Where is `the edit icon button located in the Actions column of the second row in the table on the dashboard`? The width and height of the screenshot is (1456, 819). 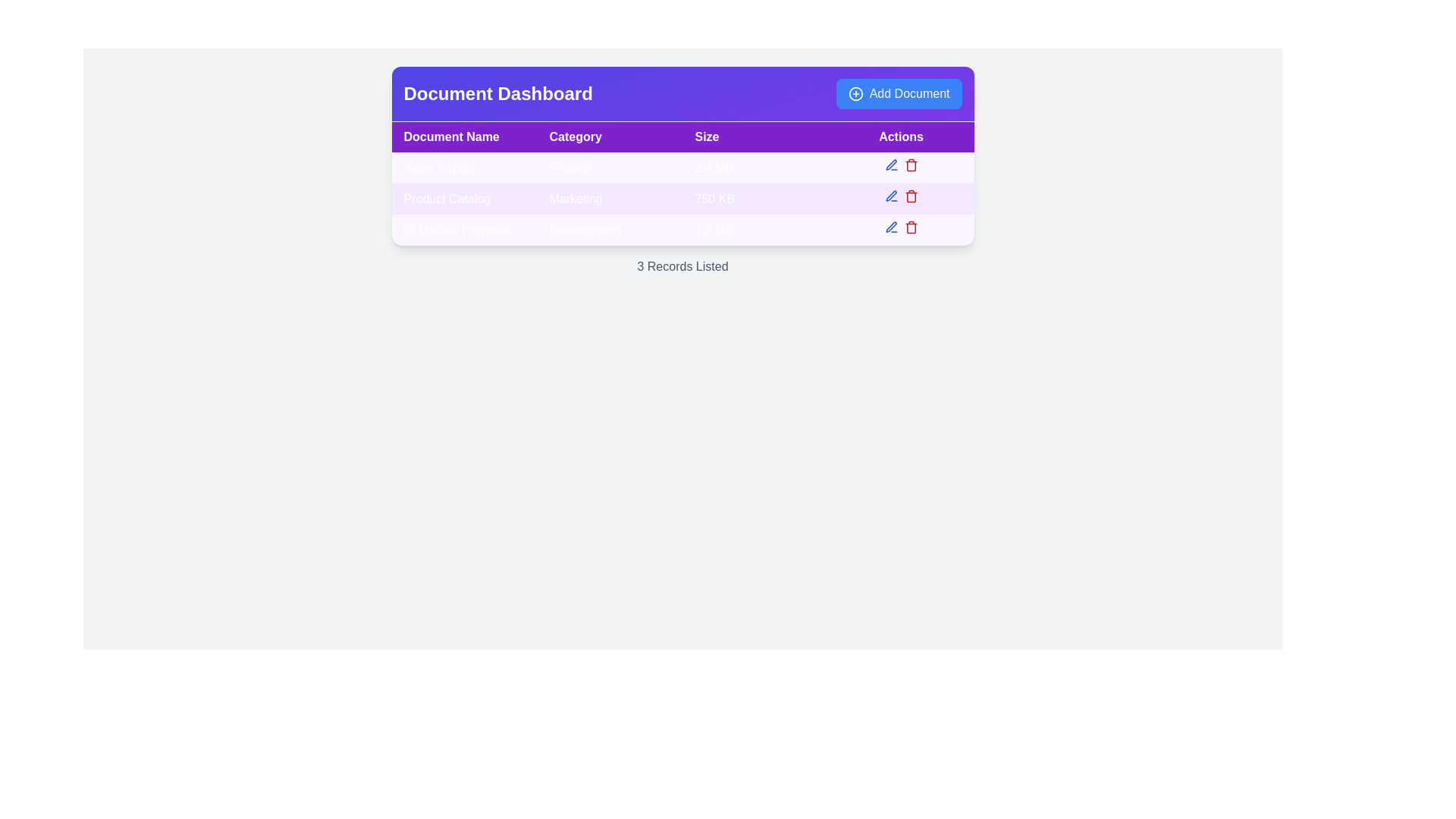
the edit icon button located in the Actions column of the second row in the table on the dashboard is located at coordinates (891, 165).